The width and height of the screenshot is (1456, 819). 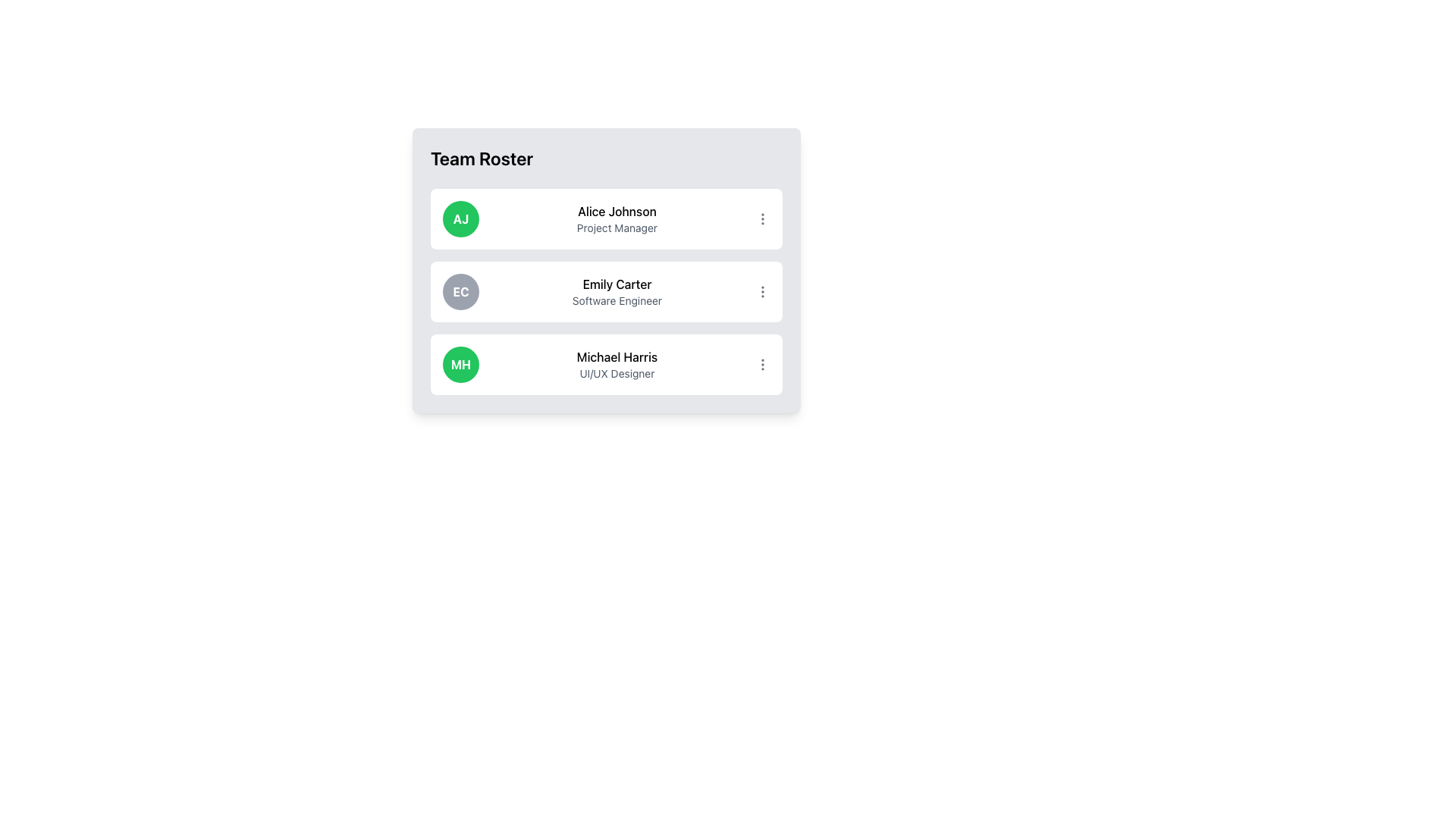 I want to click on the Text Display element that represents a team member's name and job title within the first card of the 'Team Roster' panel, so click(x=617, y=219).